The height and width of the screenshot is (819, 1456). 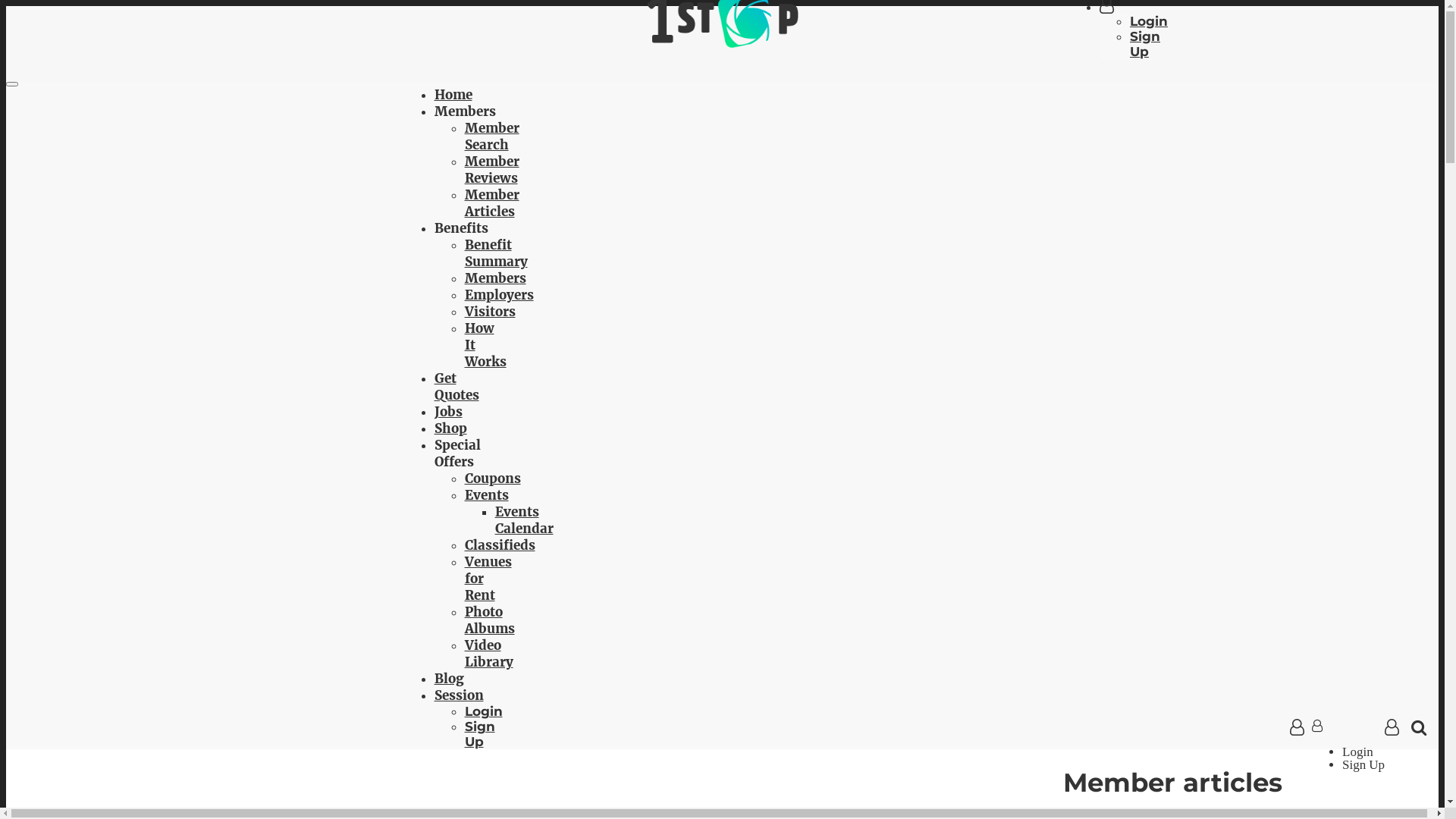 What do you see at coordinates (447, 677) in the screenshot?
I see `'Blog'` at bounding box center [447, 677].